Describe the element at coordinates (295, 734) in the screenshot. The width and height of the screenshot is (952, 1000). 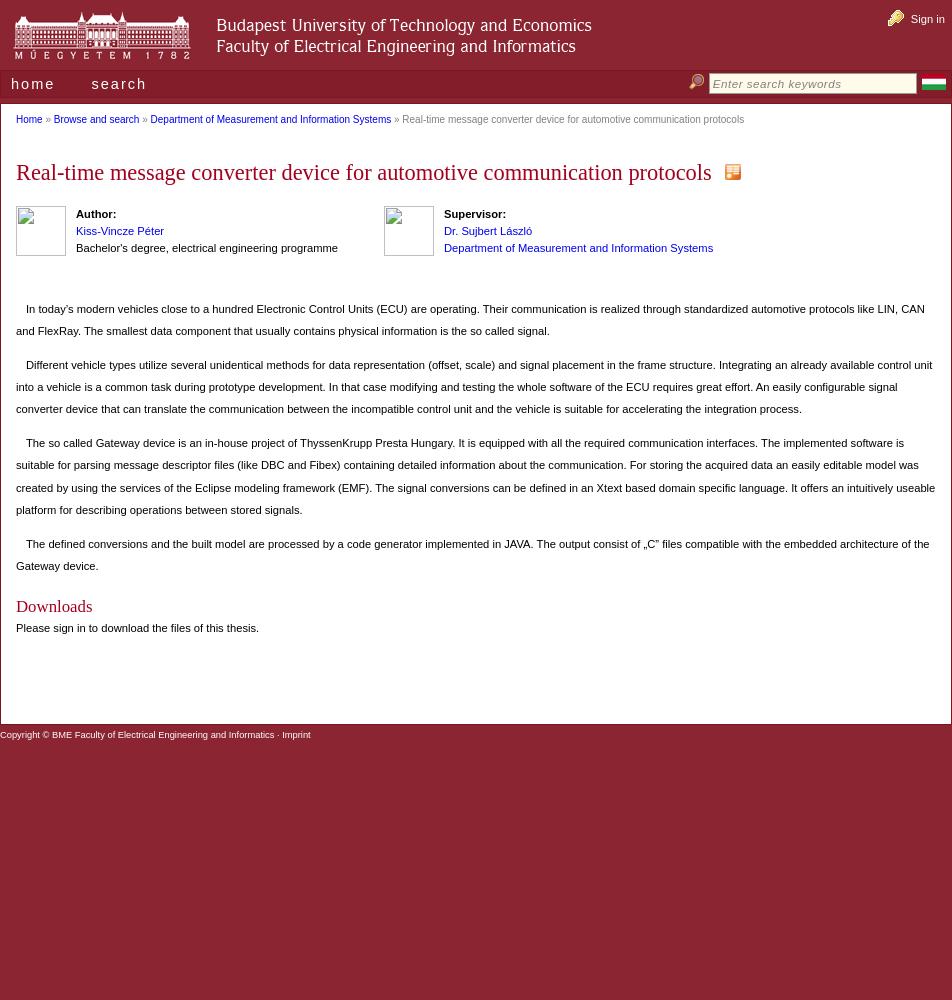
I see `'Imprint'` at that location.